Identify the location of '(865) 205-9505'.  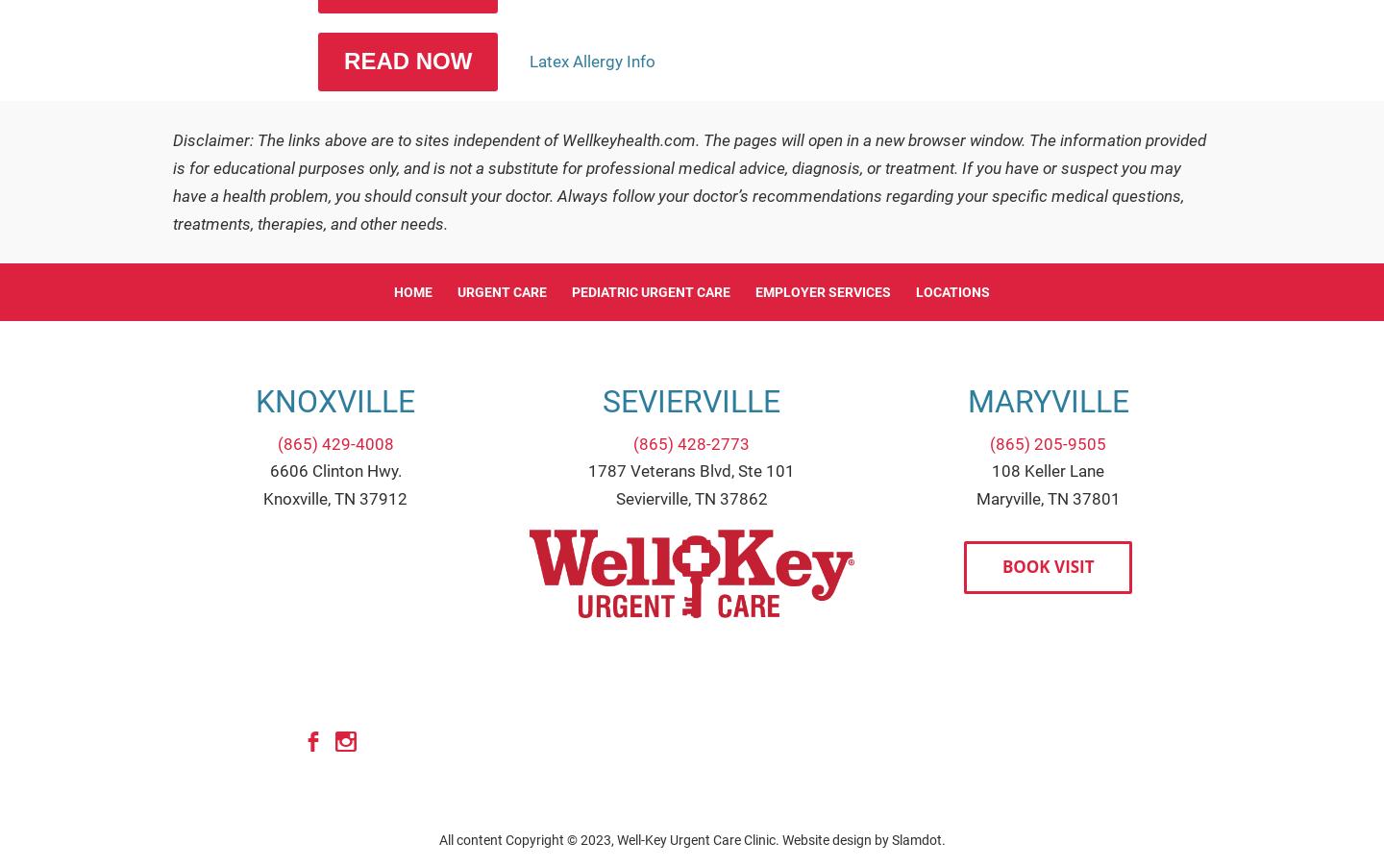
(1047, 442).